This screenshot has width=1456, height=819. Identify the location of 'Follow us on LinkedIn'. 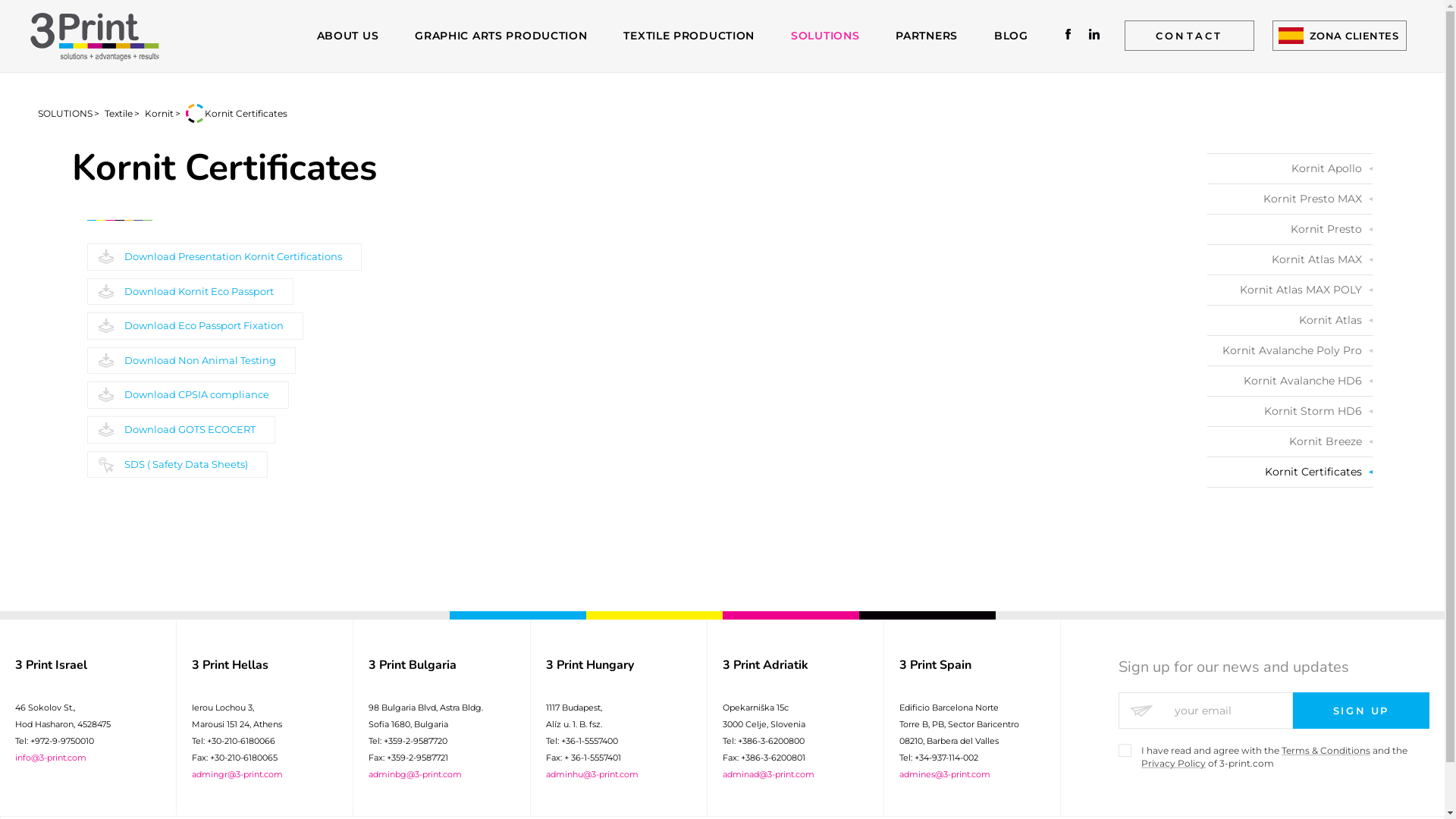
(1094, 34).